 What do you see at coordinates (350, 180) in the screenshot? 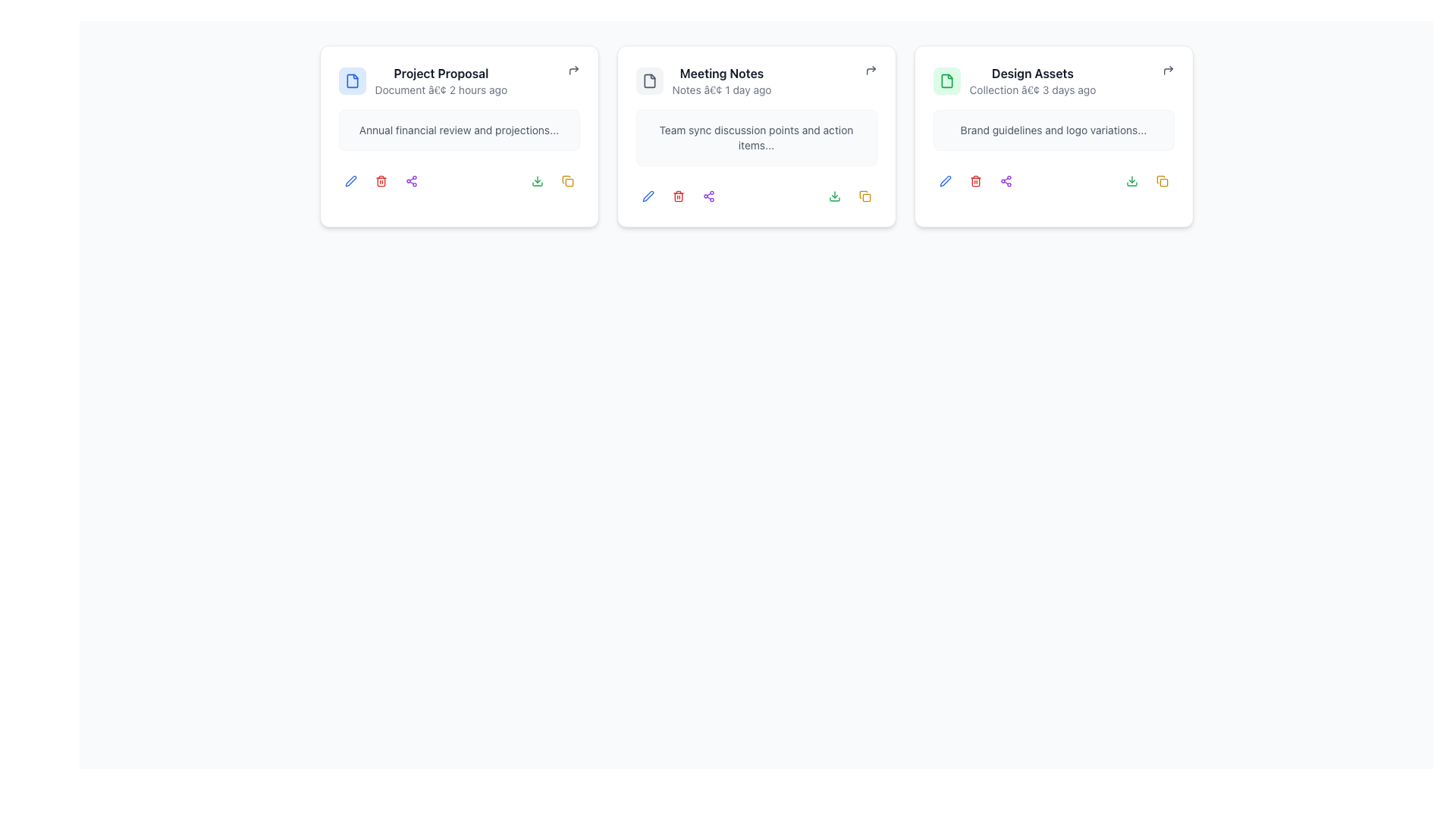
I see `the 'Edit' icon located in the top right corner of the 'Project Proposal' card to initiate the edit action` at bounding box center [350, 180].